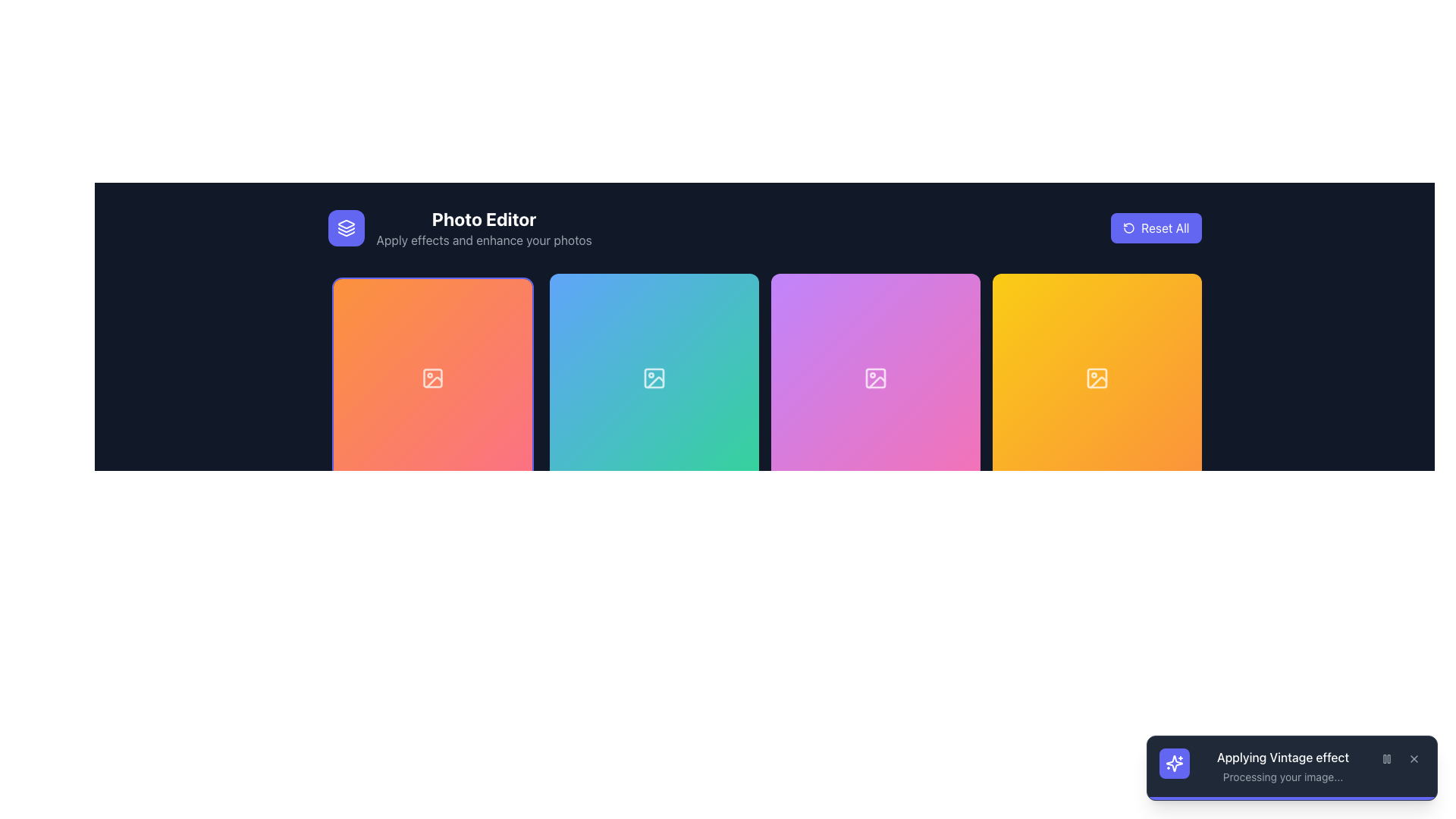 The width and height of the screenshot is (1456, 819). Describe the element at coordinates (1129, 227) in the screenshot. I see `the reset icon located within the 'Reset All' button` at that location.